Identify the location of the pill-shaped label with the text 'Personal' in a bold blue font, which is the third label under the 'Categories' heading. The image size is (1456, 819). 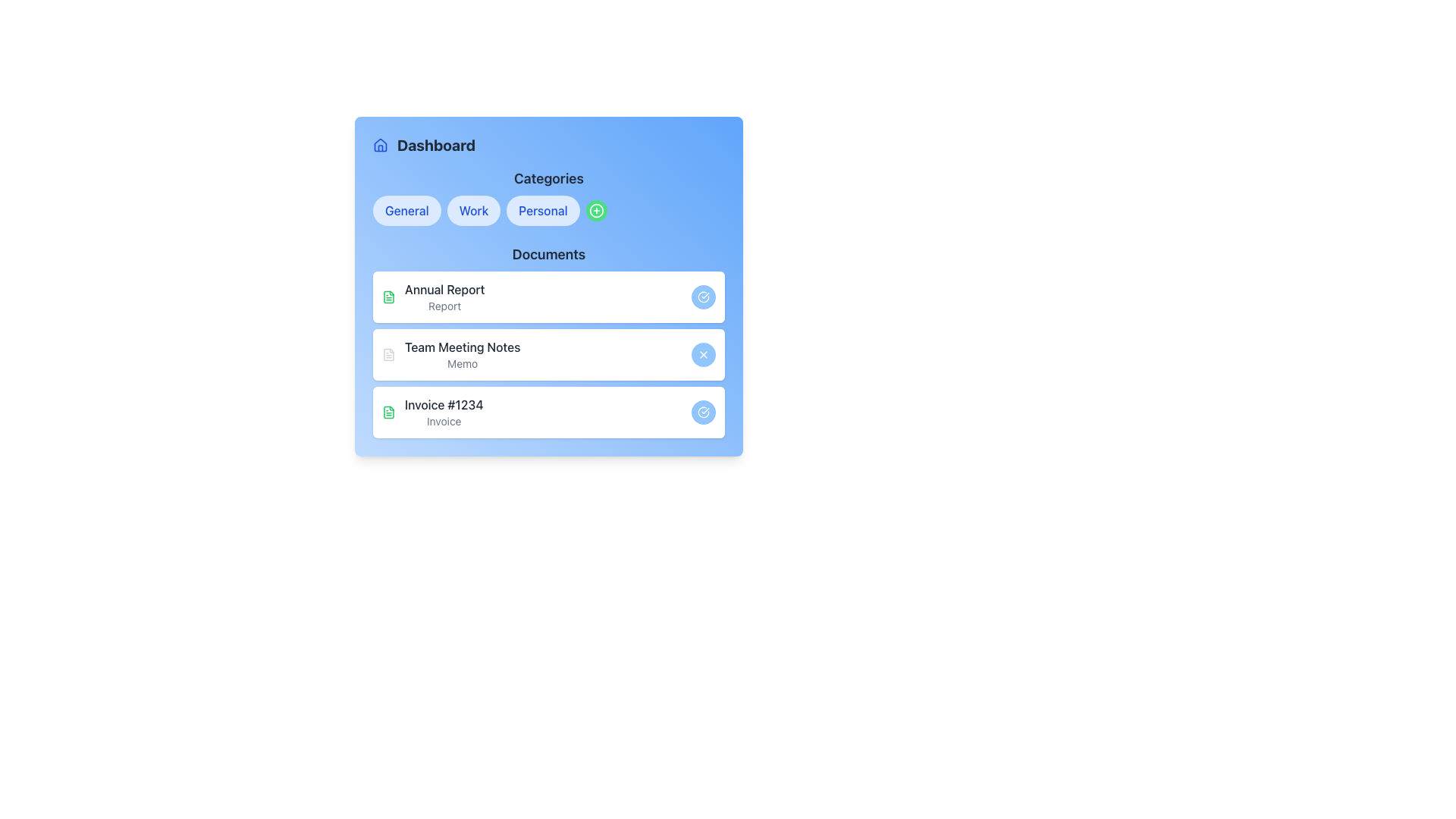
(543, 210).